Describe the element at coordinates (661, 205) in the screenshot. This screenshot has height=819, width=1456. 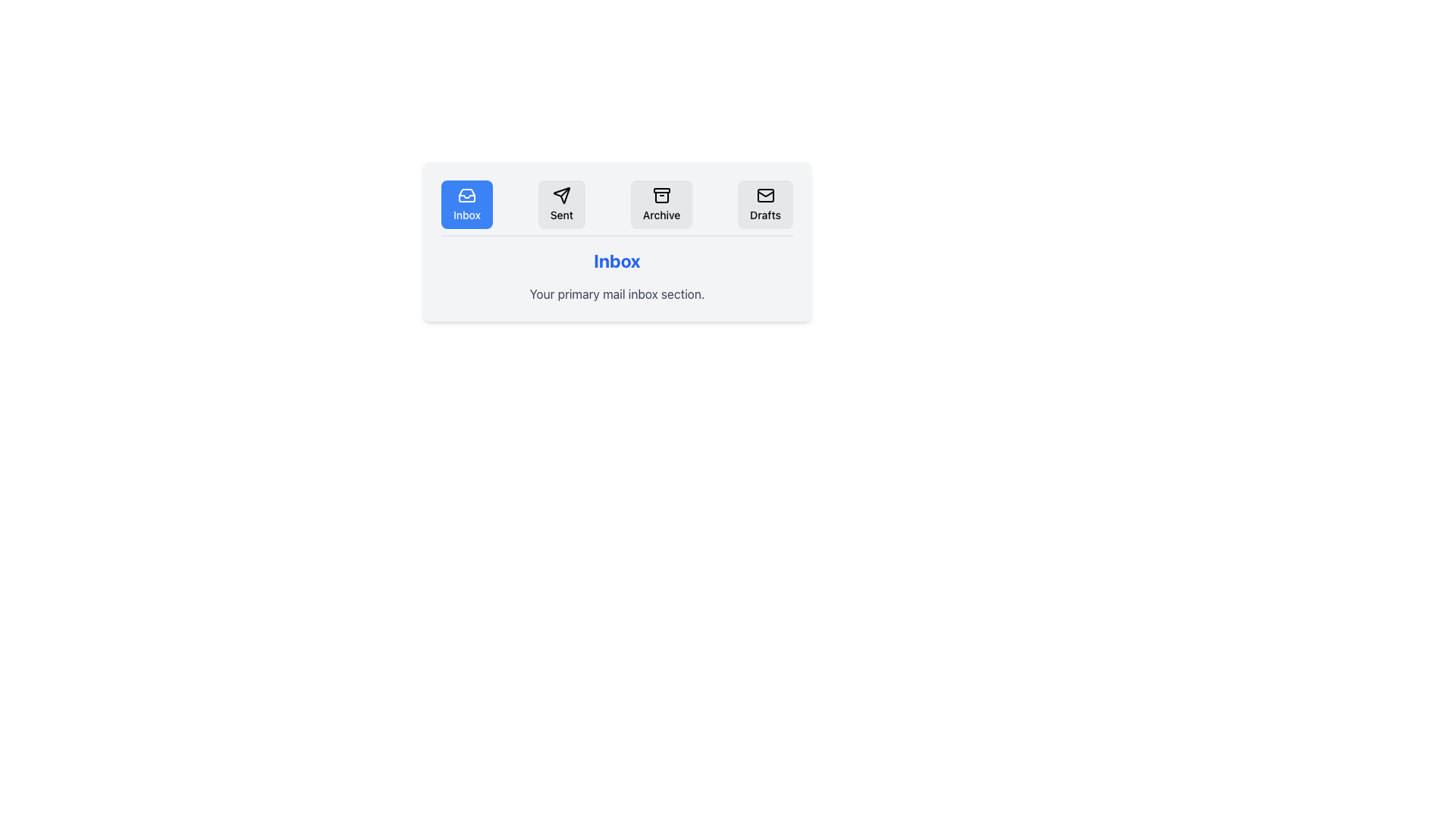
I see `the 'Archive' button, which is a rectangular button with rounded corners, gray background, and an icon of an archive box above the text label 'Archive'. It is the third button from the left in a row of four buttons` at that location.